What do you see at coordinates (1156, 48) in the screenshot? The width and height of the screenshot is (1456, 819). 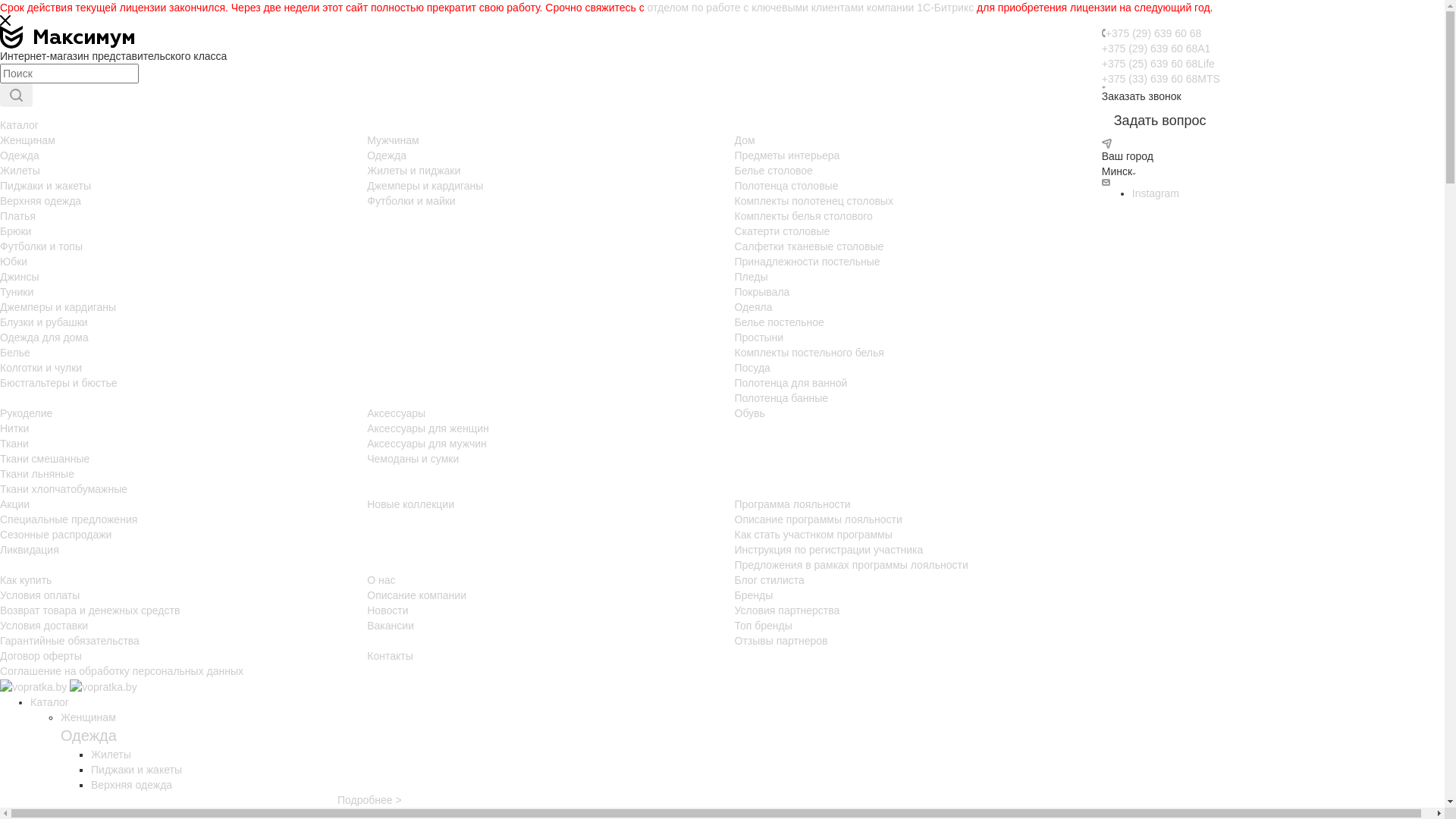 I see `'+375 (29) 639 60 68A1'` at bounding box center [1156, 48].